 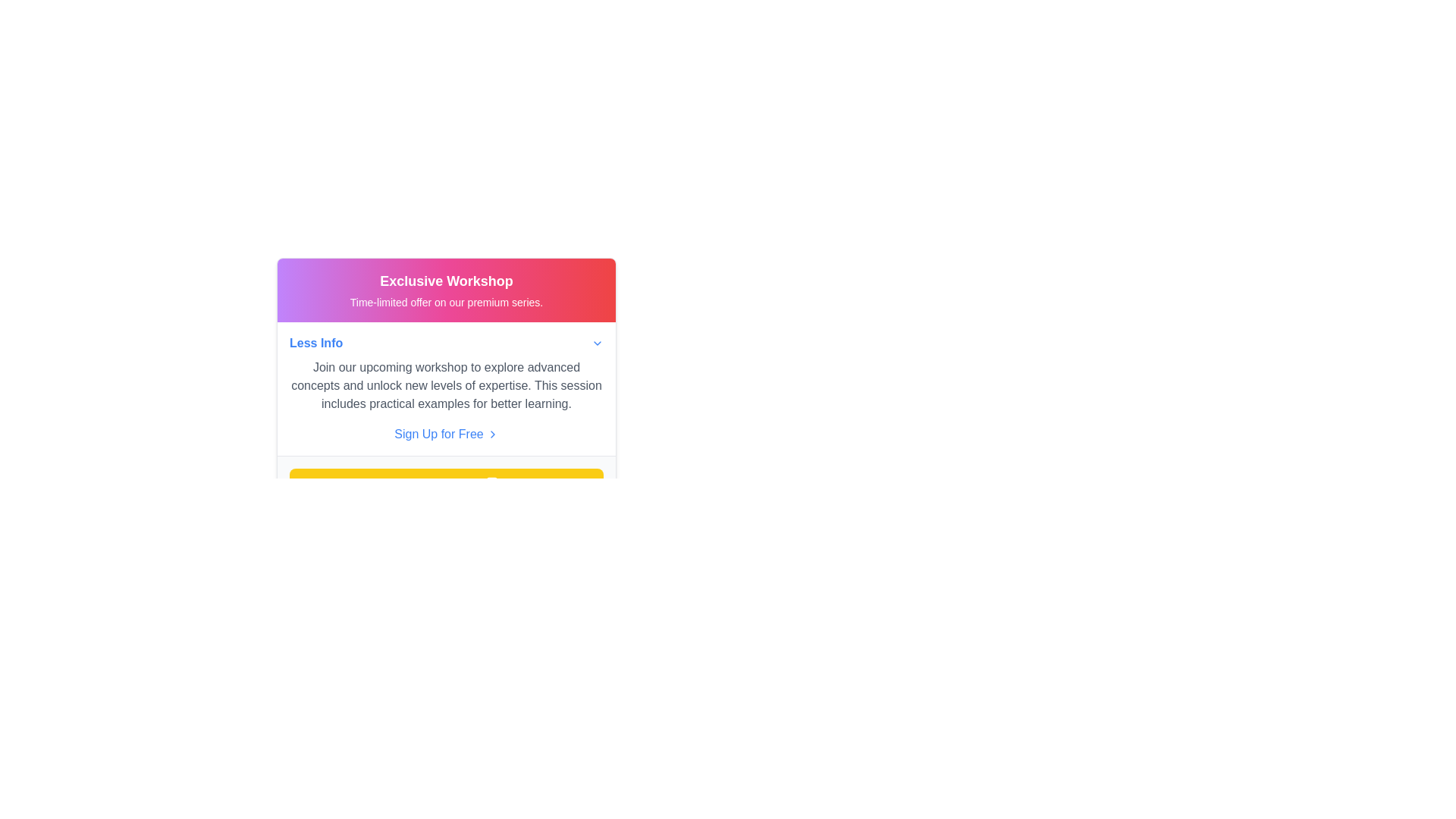 What do you see at coordinates (446, 385) in the screenshot?
I see `descriptive text block about the upcoming workshop, which is styled in gray font and located below the 'Less Info' heading and above the 'Sign Up for Free' button` at bounding box center [446, 385].